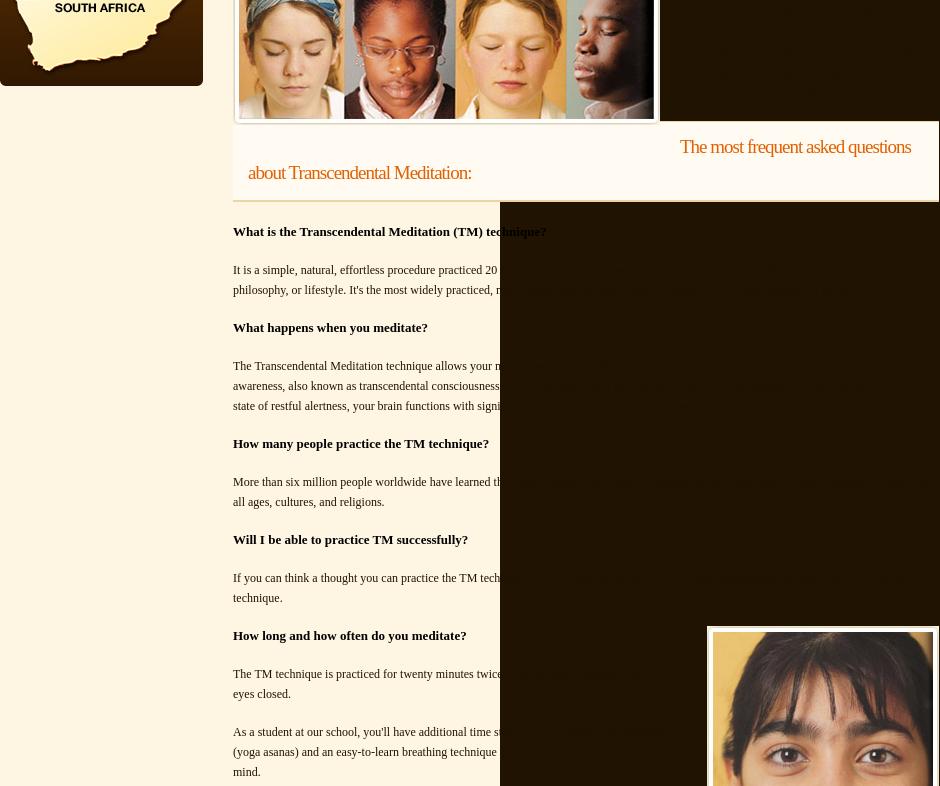  I want to click on 'What happens when you meditate?', so click(330, 327).